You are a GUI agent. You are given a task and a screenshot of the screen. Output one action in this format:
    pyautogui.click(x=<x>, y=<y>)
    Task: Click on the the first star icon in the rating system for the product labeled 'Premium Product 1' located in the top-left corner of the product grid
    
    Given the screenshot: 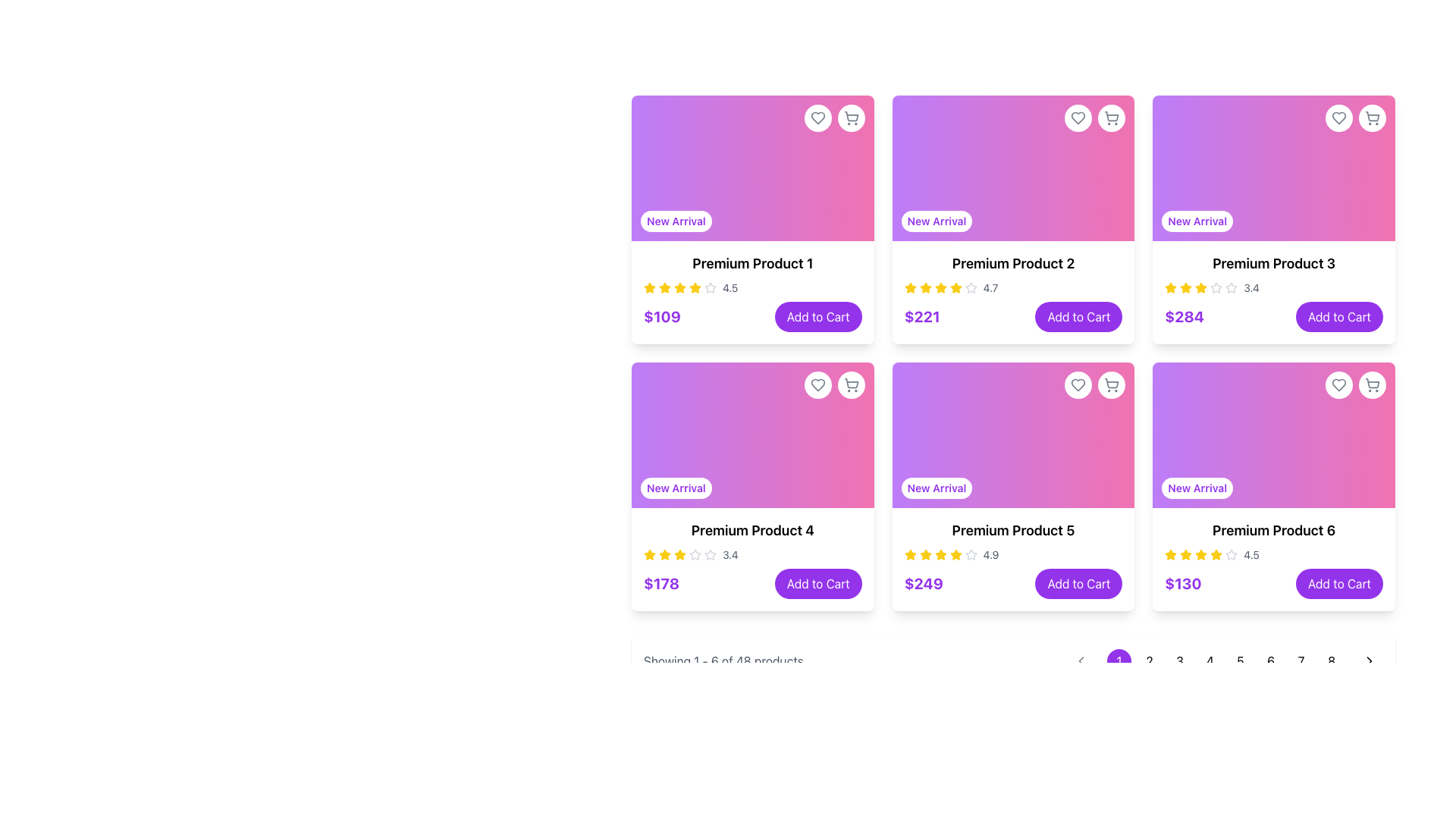 What is the action you would take?
    pyautogui.click(x=665, y=287)
    